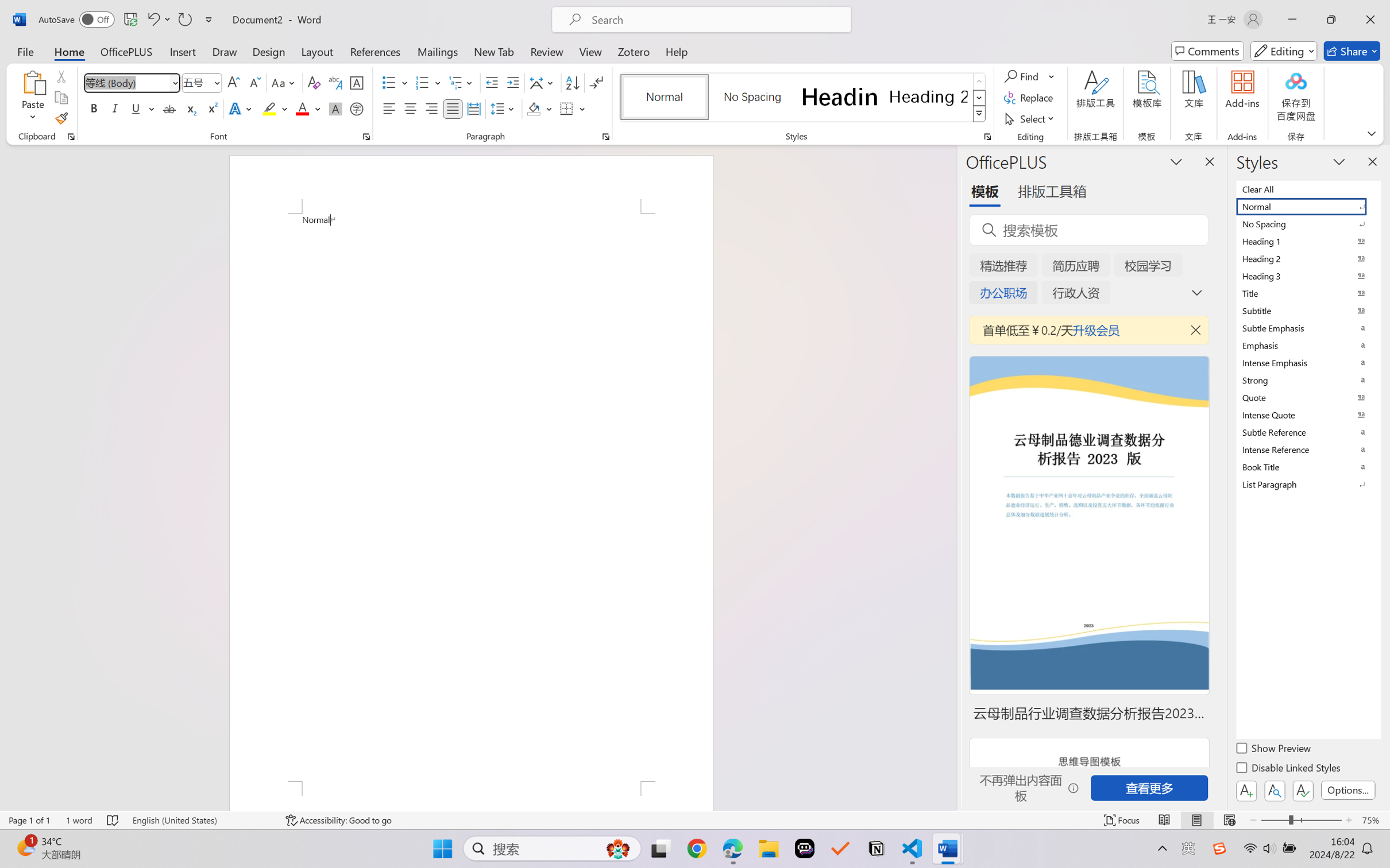  What do you see at coordinates (839, 96) in the screenshot?
I see `'Heading 1'` at bounding box center [839, 96].